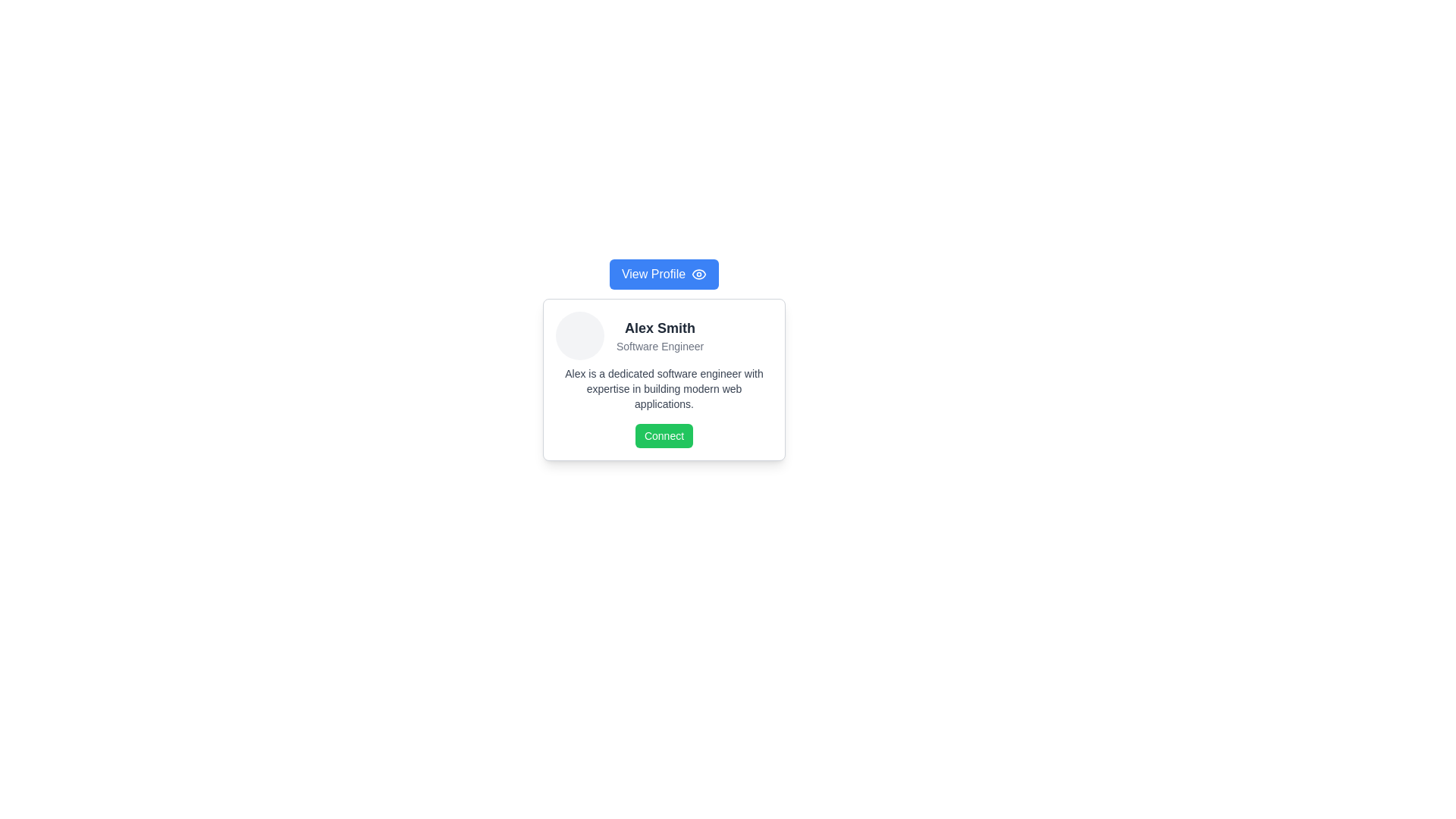 This screenshot has height=819, width=1456. I want to click on the 'Connect' button which has a green background and white text, located at the bottom of Alex Smith's profile card to observe the hover effect, so click(664, 435).